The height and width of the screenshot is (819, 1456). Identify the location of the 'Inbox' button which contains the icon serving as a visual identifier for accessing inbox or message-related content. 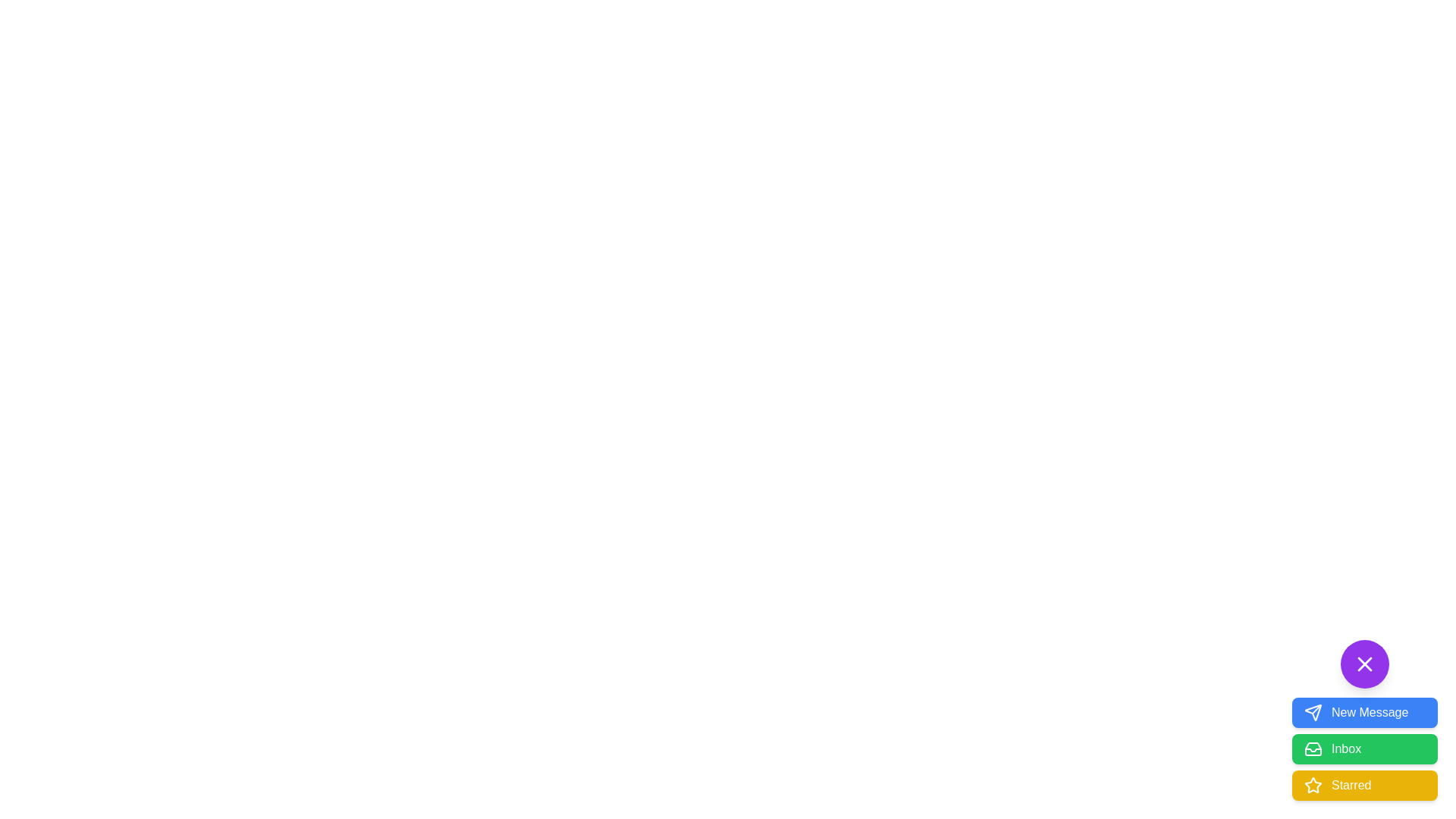
(1313, 748).